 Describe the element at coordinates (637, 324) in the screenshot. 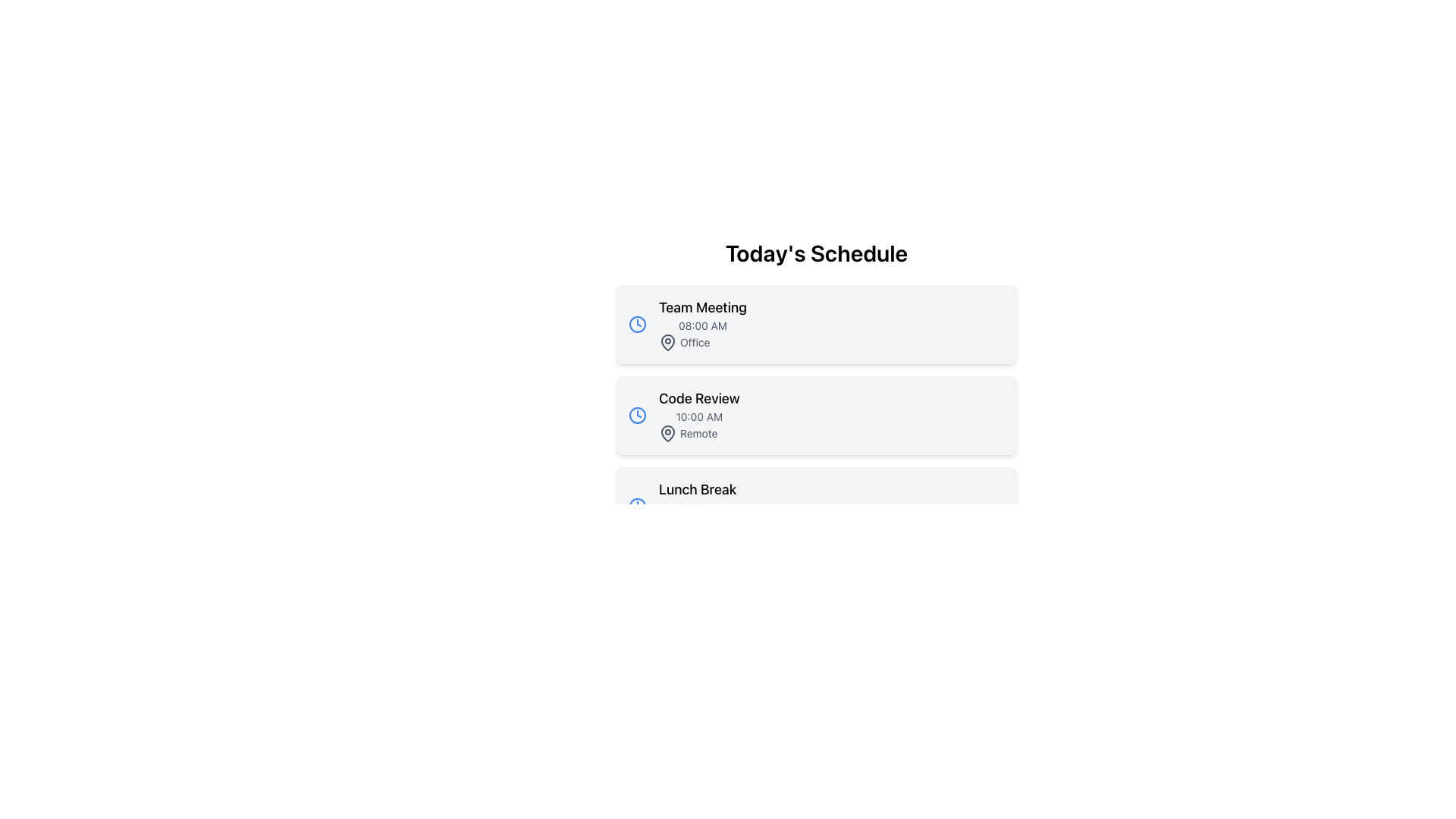

I see `the clock icon representing the time aspect of the 'Team Meeting' event, located in the first card under 'Today's Schedule', to the left of the text '08:00 AM' and 'Office'` at that location.